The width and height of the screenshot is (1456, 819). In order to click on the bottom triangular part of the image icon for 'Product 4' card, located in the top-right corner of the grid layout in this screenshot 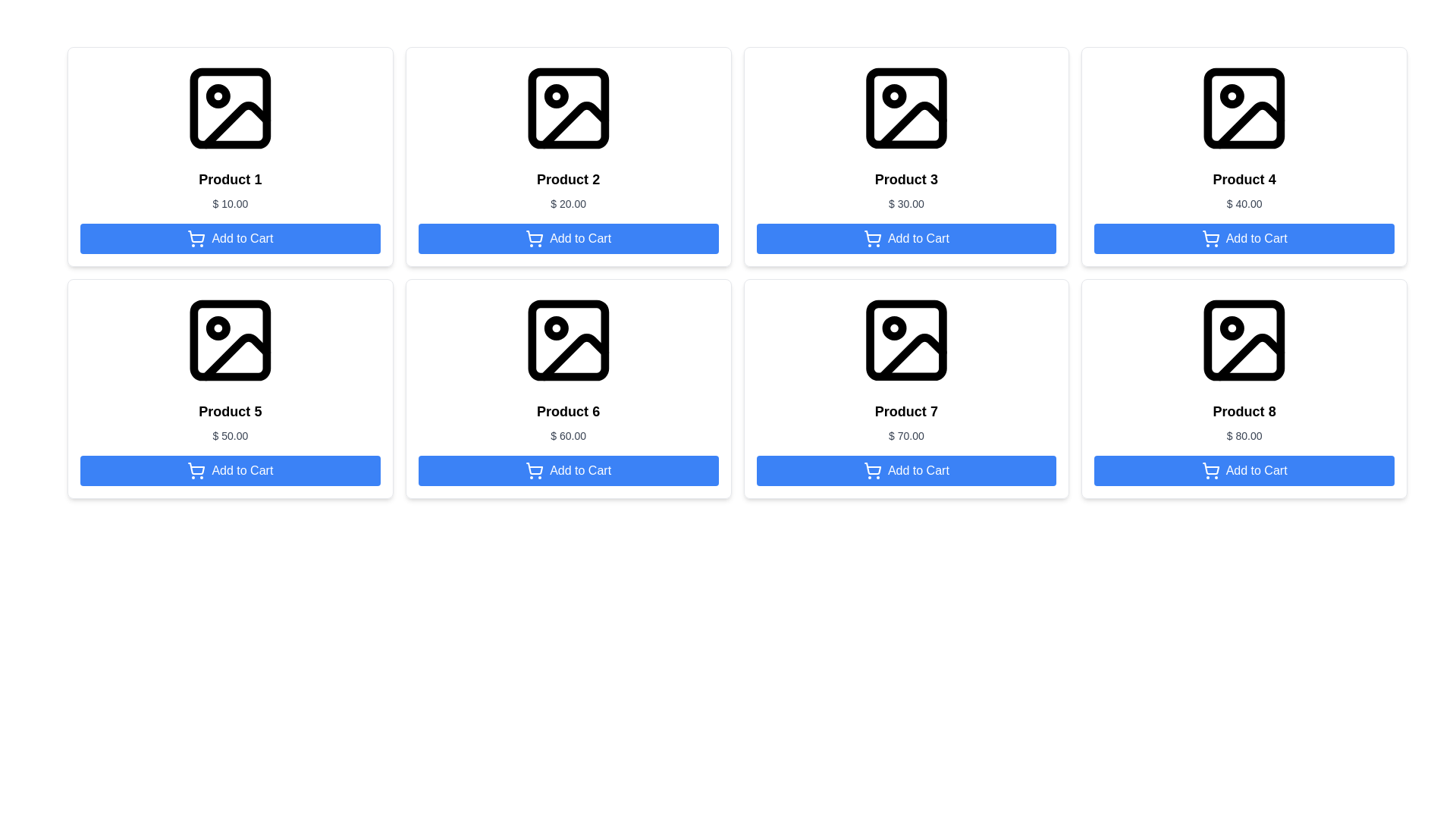, I will do `click(1250, 124)`.